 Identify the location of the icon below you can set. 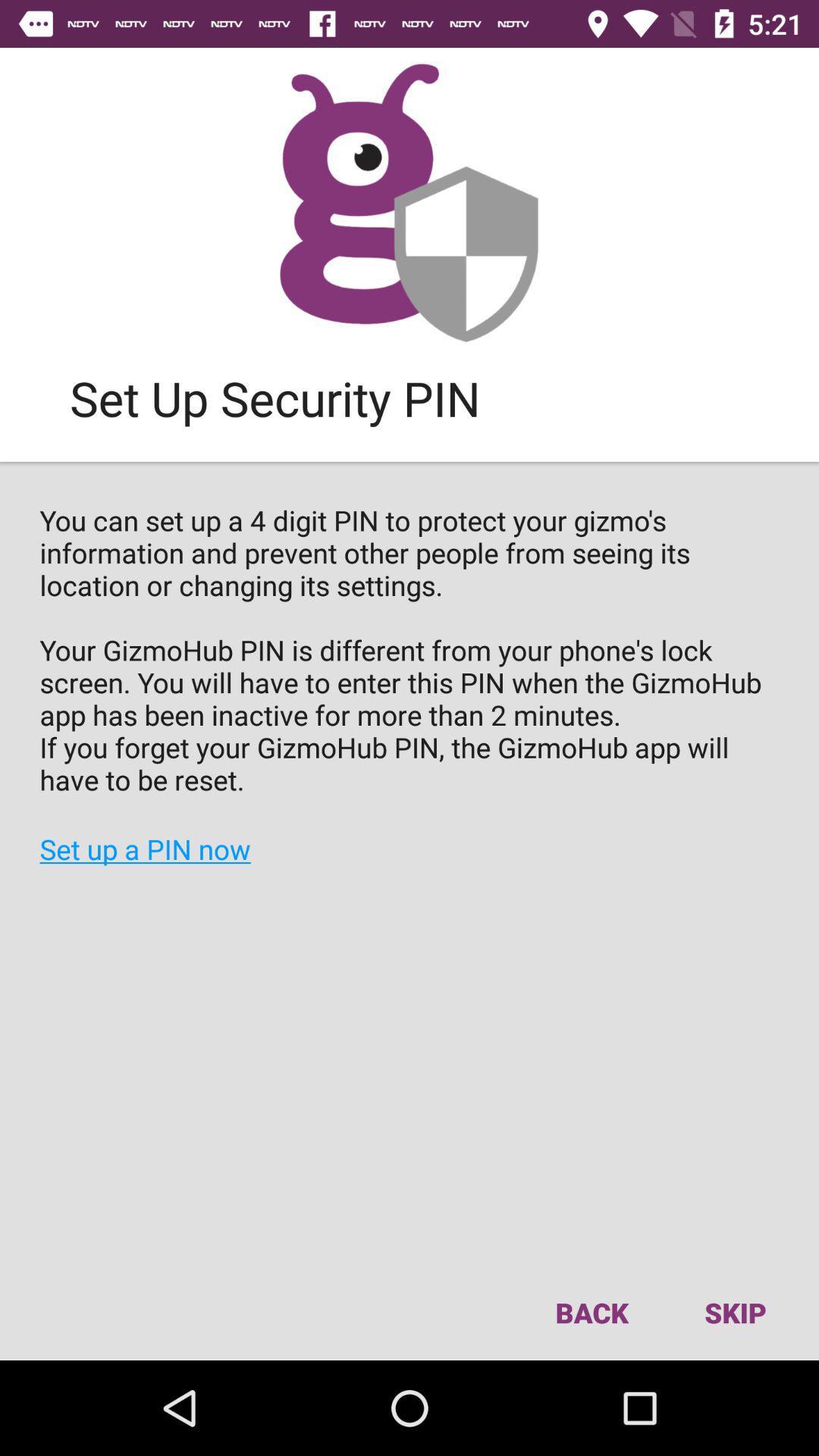
(591, 1312).